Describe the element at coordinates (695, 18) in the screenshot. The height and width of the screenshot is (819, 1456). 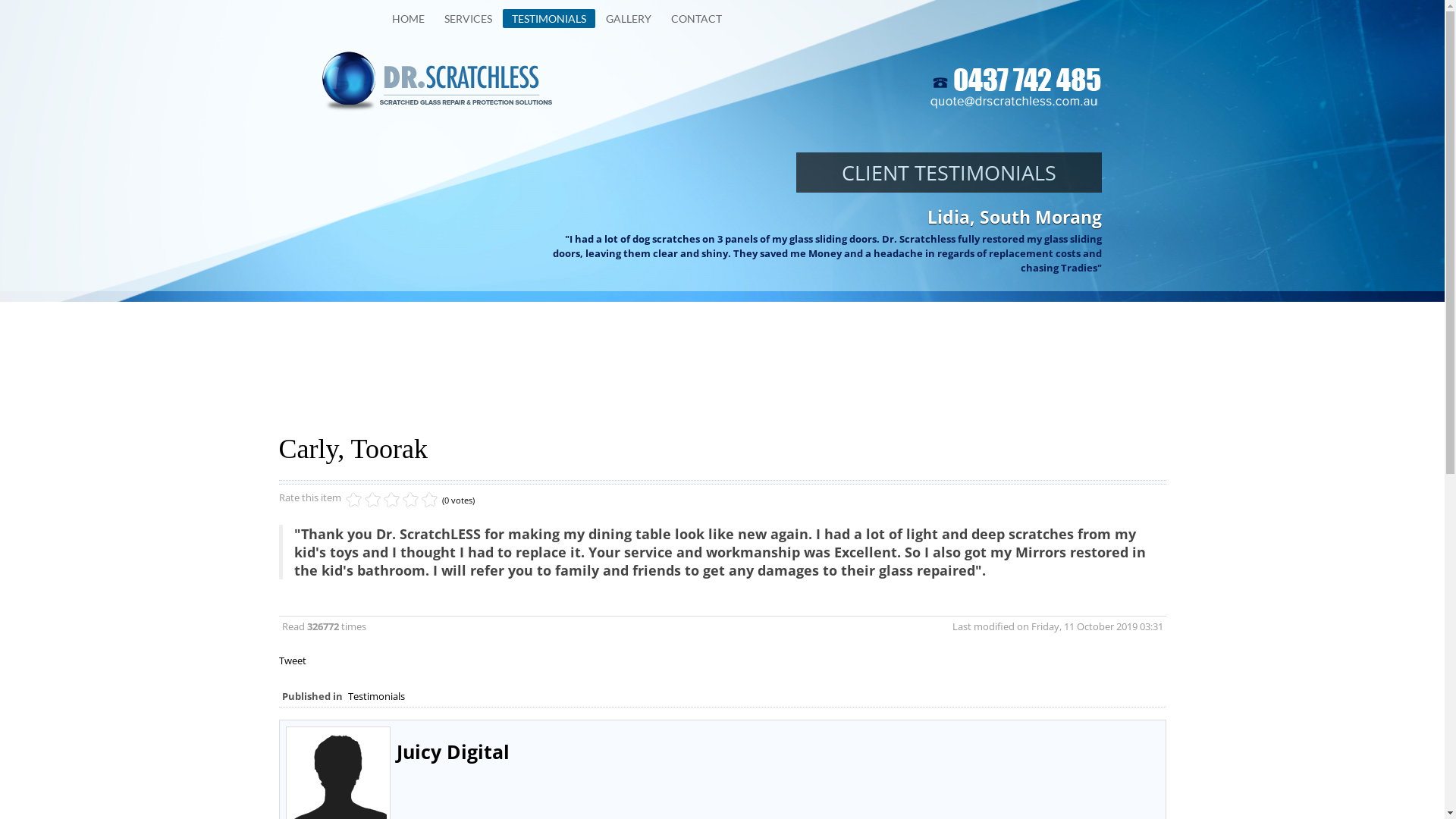
I see `'CONTACT'` at that location.